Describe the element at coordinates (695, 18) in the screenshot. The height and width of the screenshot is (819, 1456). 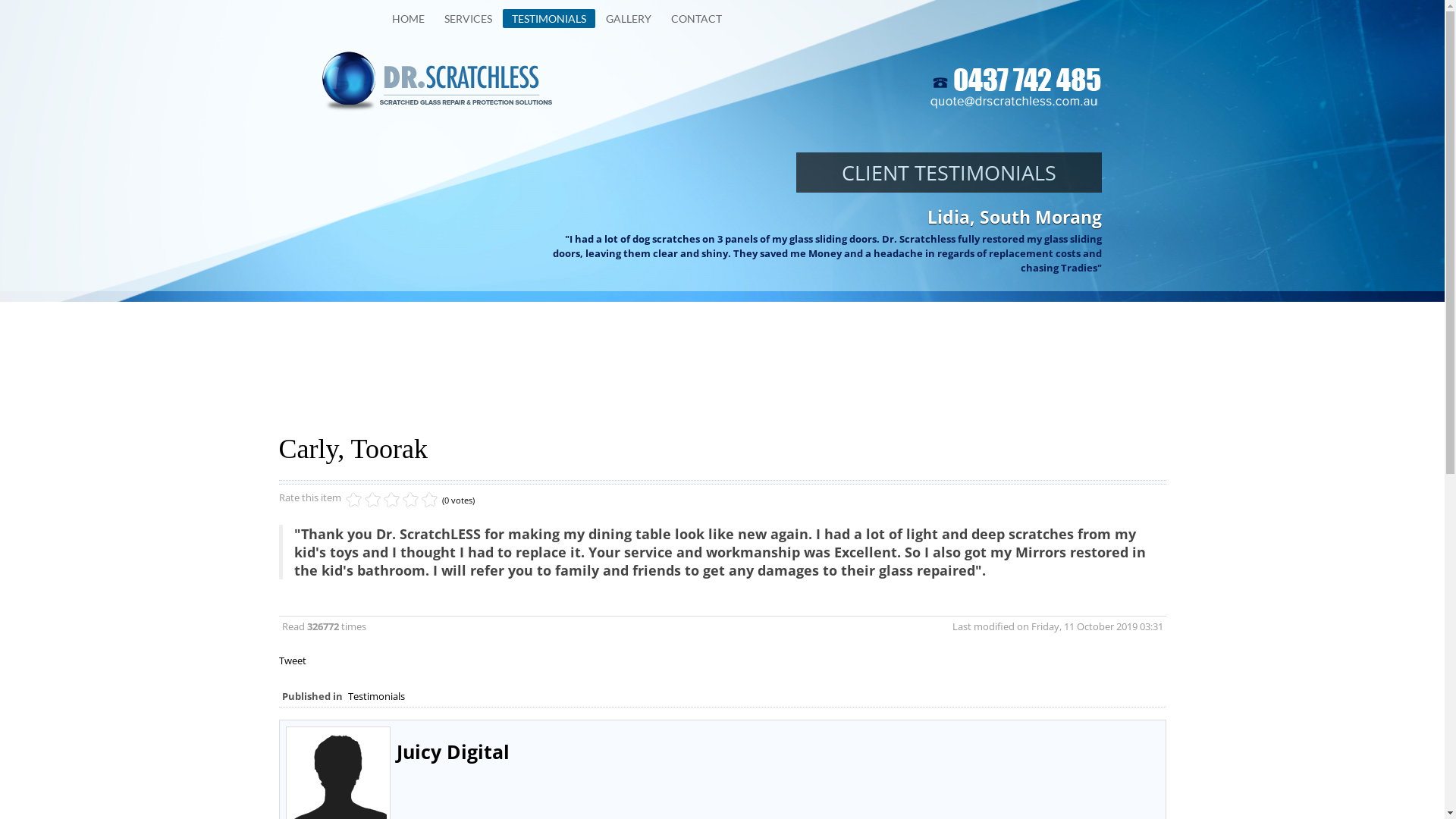
I see `'CONTACT'` at that location.